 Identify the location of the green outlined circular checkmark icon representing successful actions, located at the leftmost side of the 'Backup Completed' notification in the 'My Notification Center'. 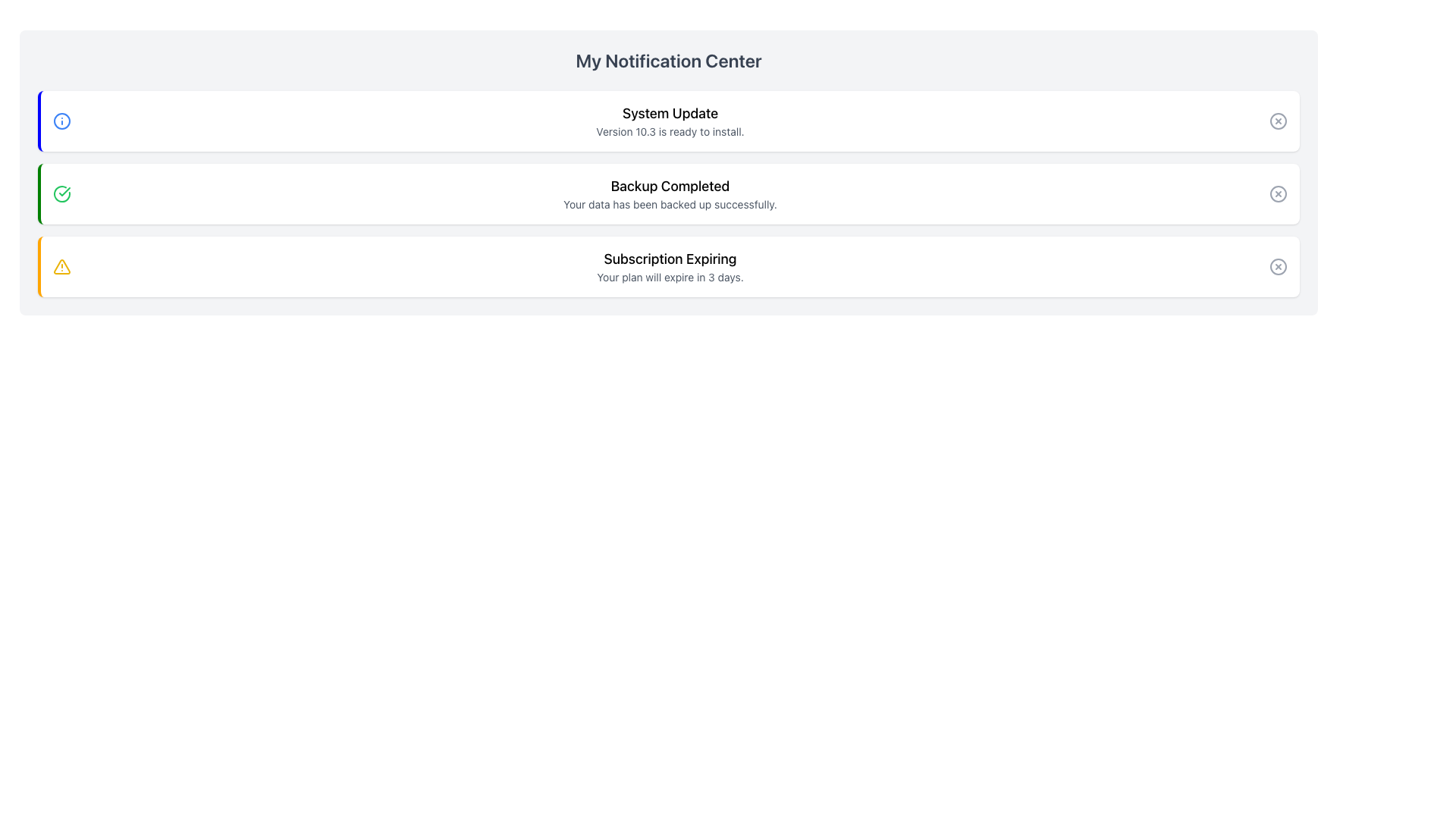
(61, 193).